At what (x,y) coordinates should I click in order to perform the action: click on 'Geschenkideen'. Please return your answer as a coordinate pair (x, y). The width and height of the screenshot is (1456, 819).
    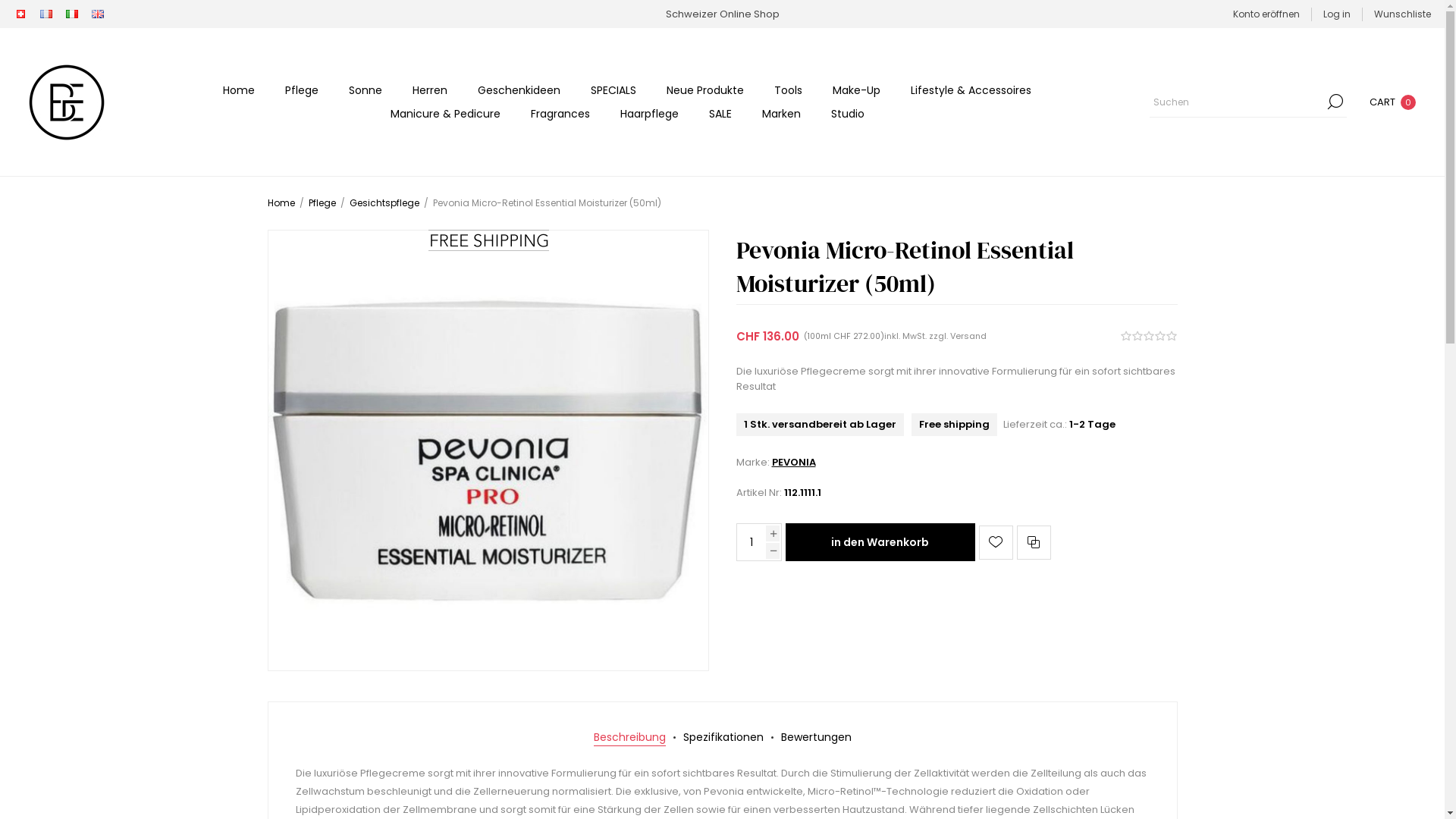
    Looking at the image, I should click on (519, 90).